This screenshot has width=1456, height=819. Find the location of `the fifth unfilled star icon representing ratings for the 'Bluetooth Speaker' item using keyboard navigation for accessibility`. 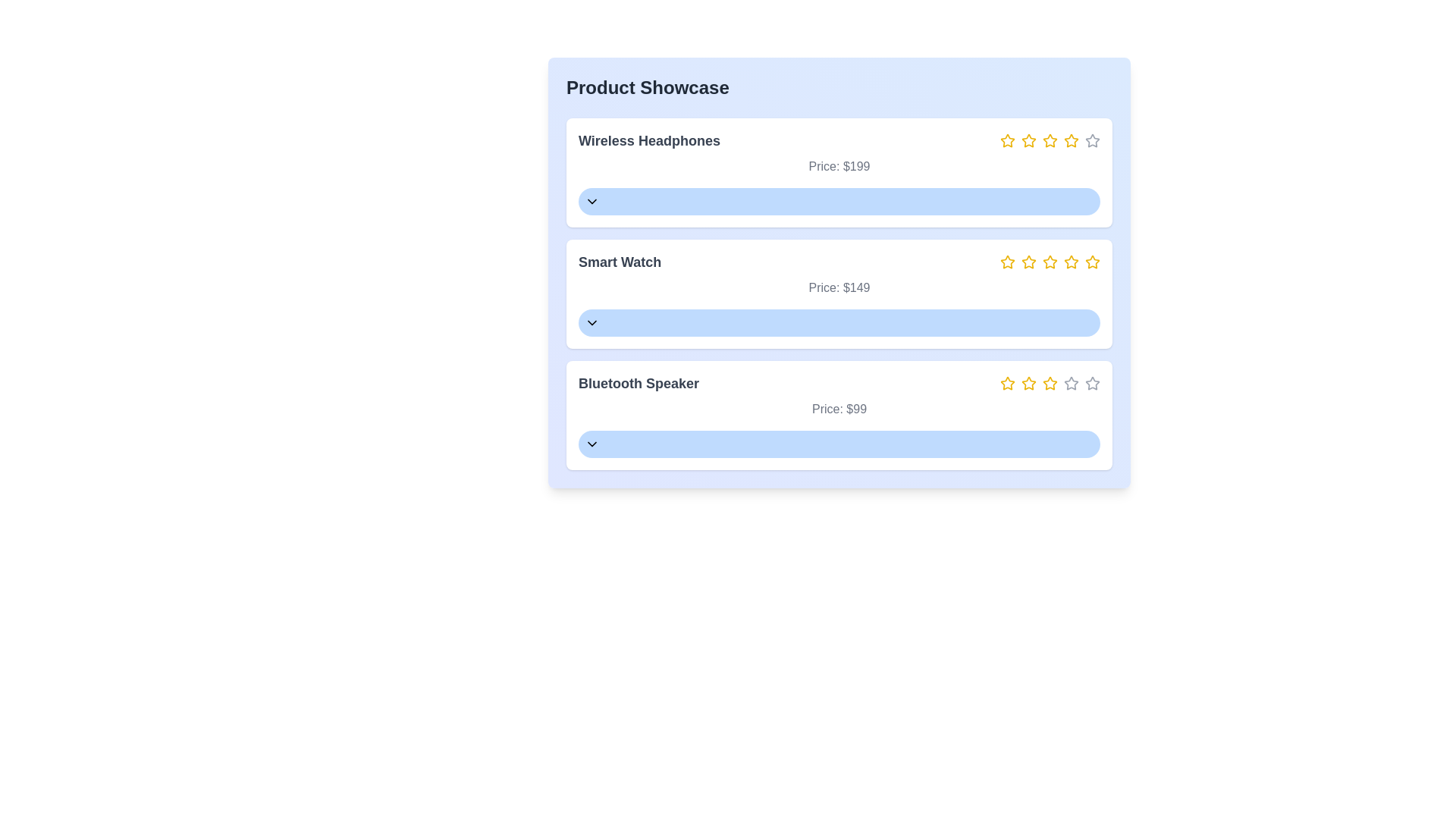

the fifth unfilled star icon representing ratings for the 'Bluetooth Speaker' item using keyboard navigation for accessibility is located at coordinates (1092, 382).